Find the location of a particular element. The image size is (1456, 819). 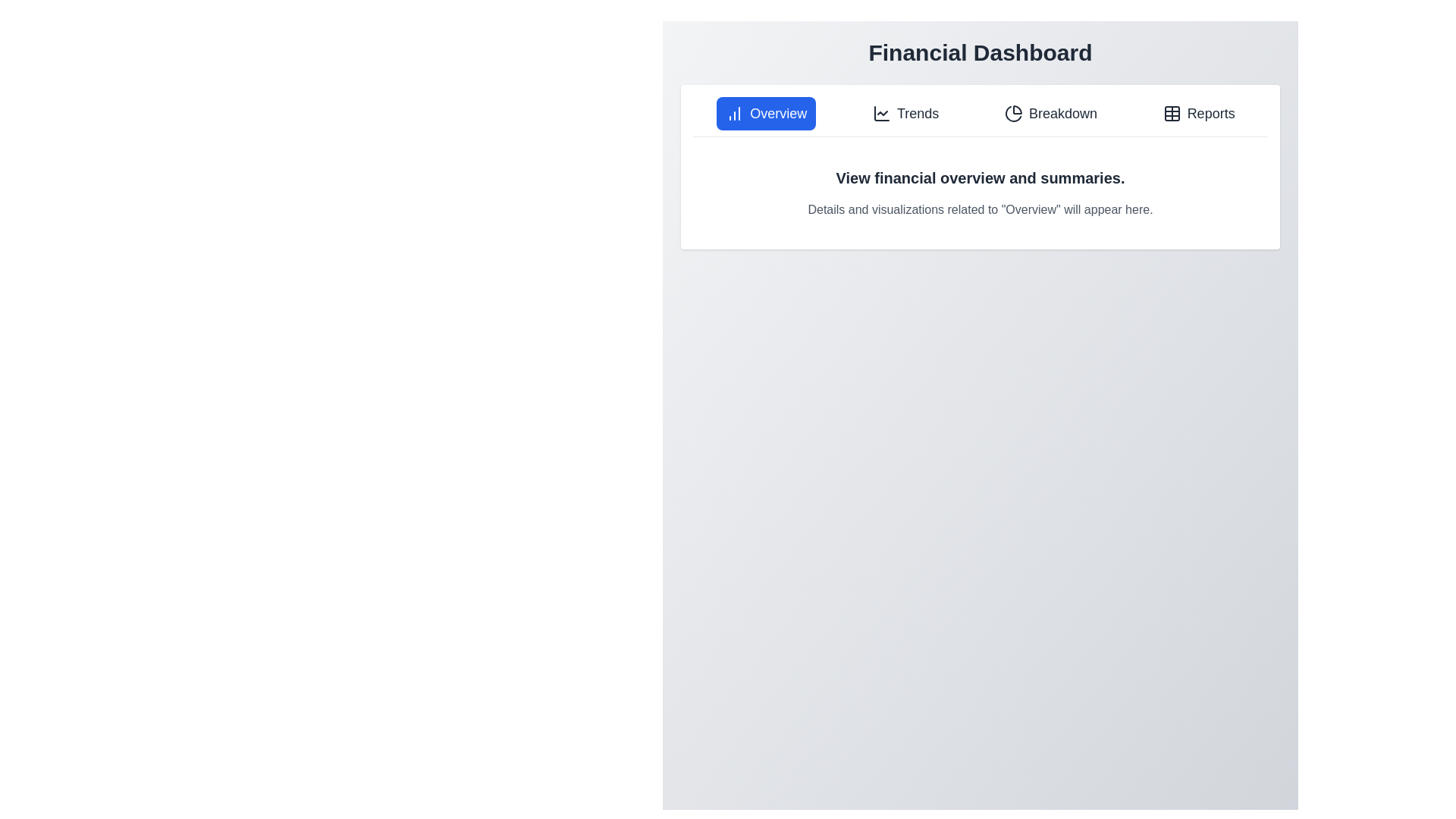

the Breakdown tab to view its content is located at coordinates (1050, 113).